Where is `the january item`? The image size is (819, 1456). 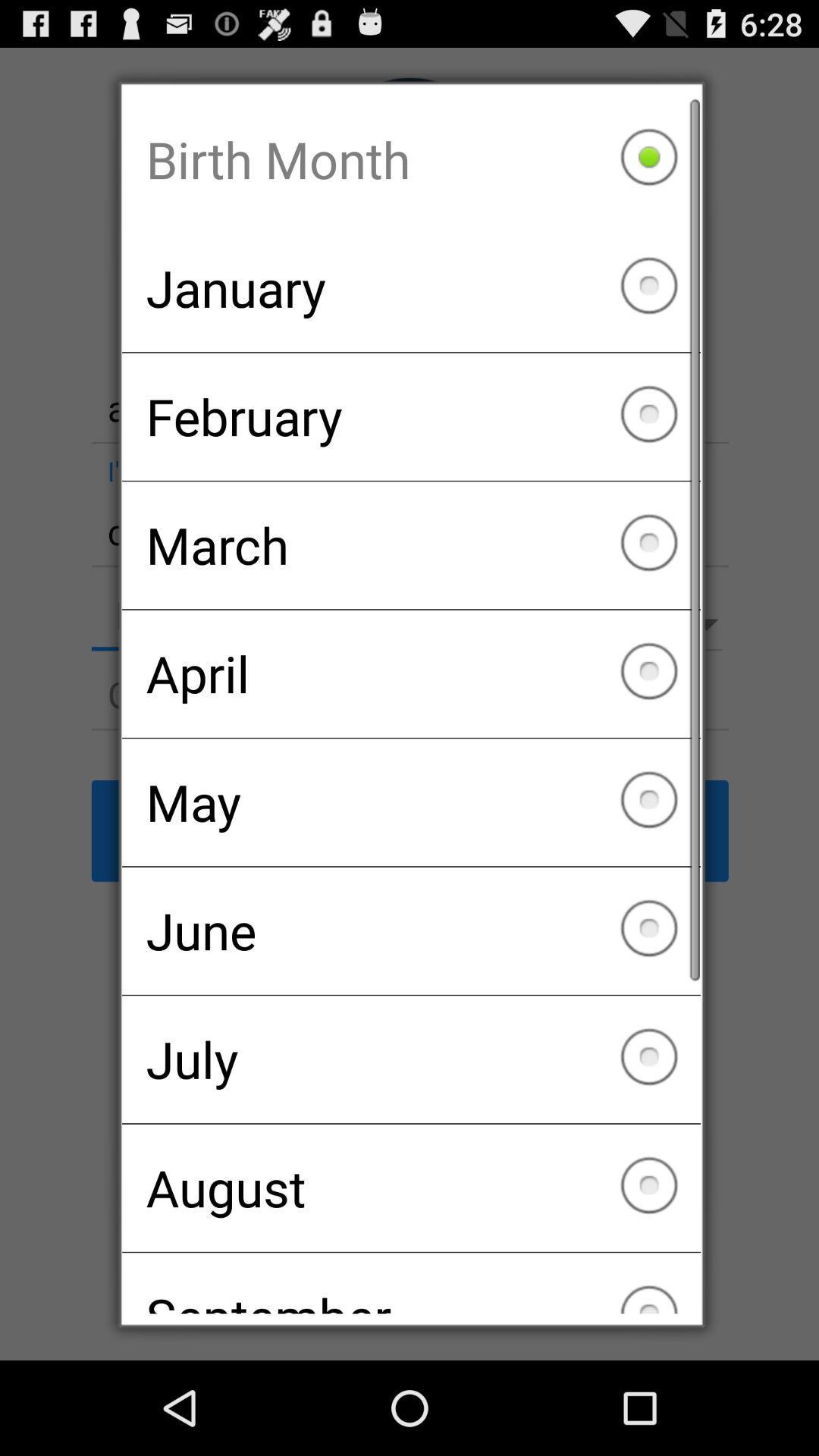
the january item is located at coordinates (411, 288).